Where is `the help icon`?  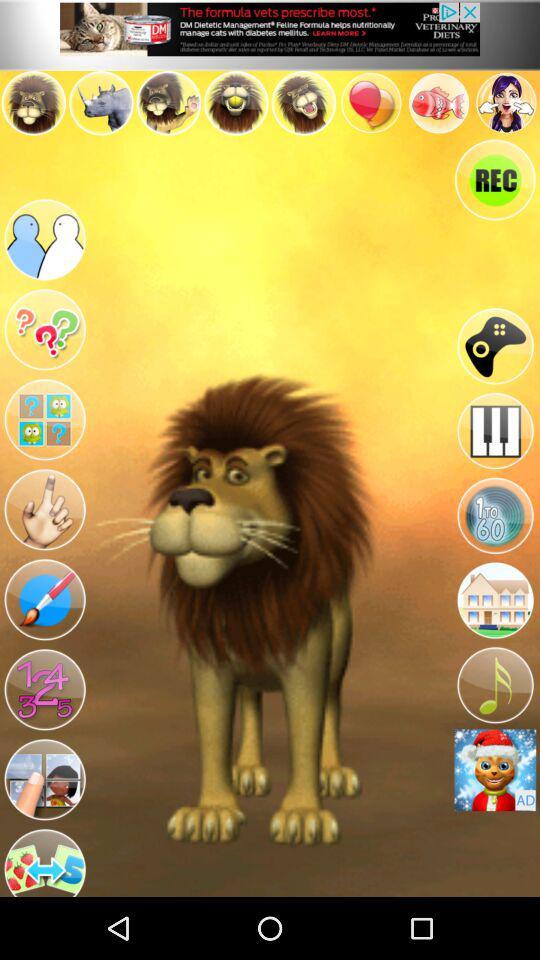 the help icon is located at coordinates (44, 353).